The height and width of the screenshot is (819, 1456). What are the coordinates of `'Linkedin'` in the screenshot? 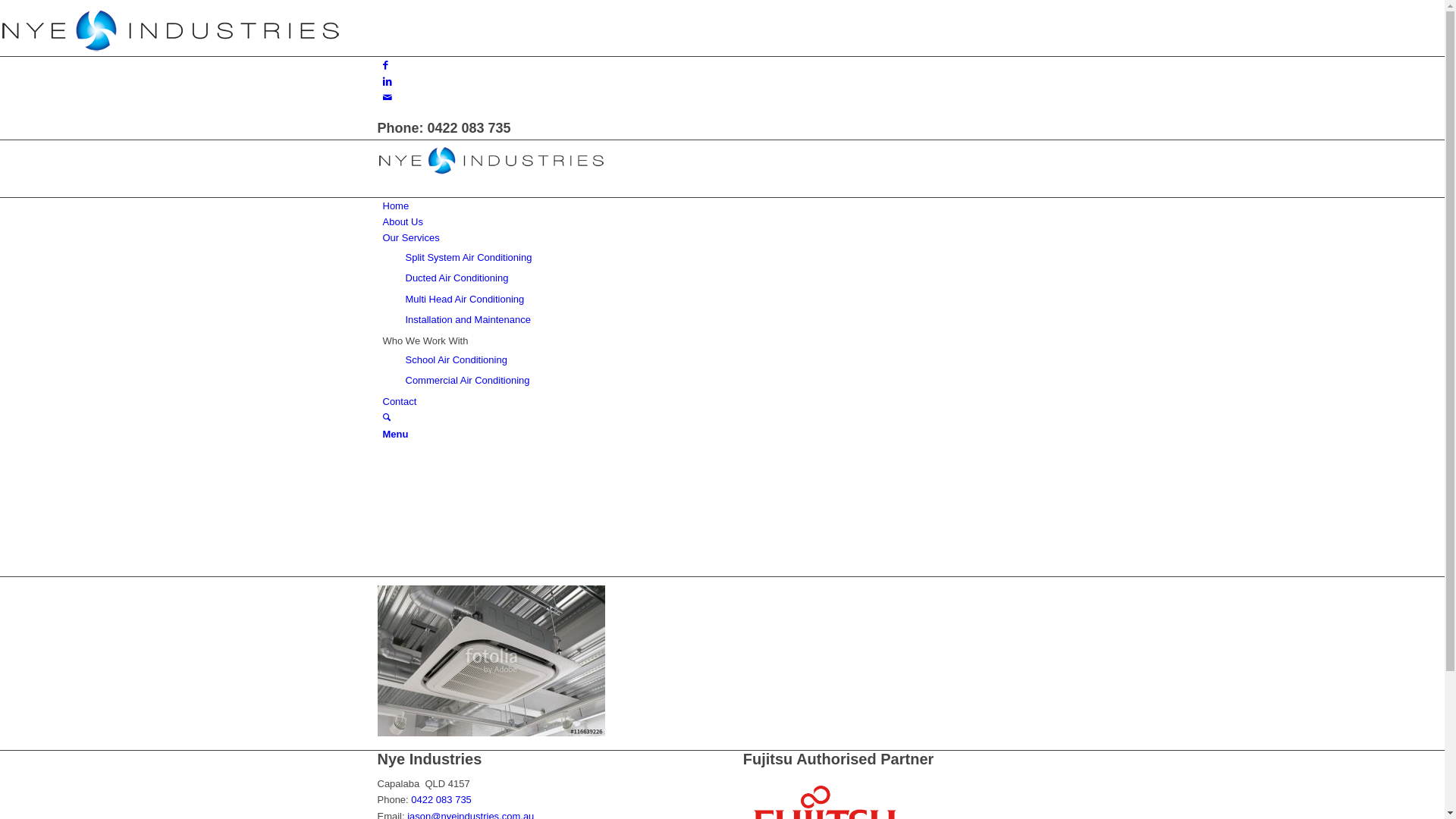 It's located at (386, 81).